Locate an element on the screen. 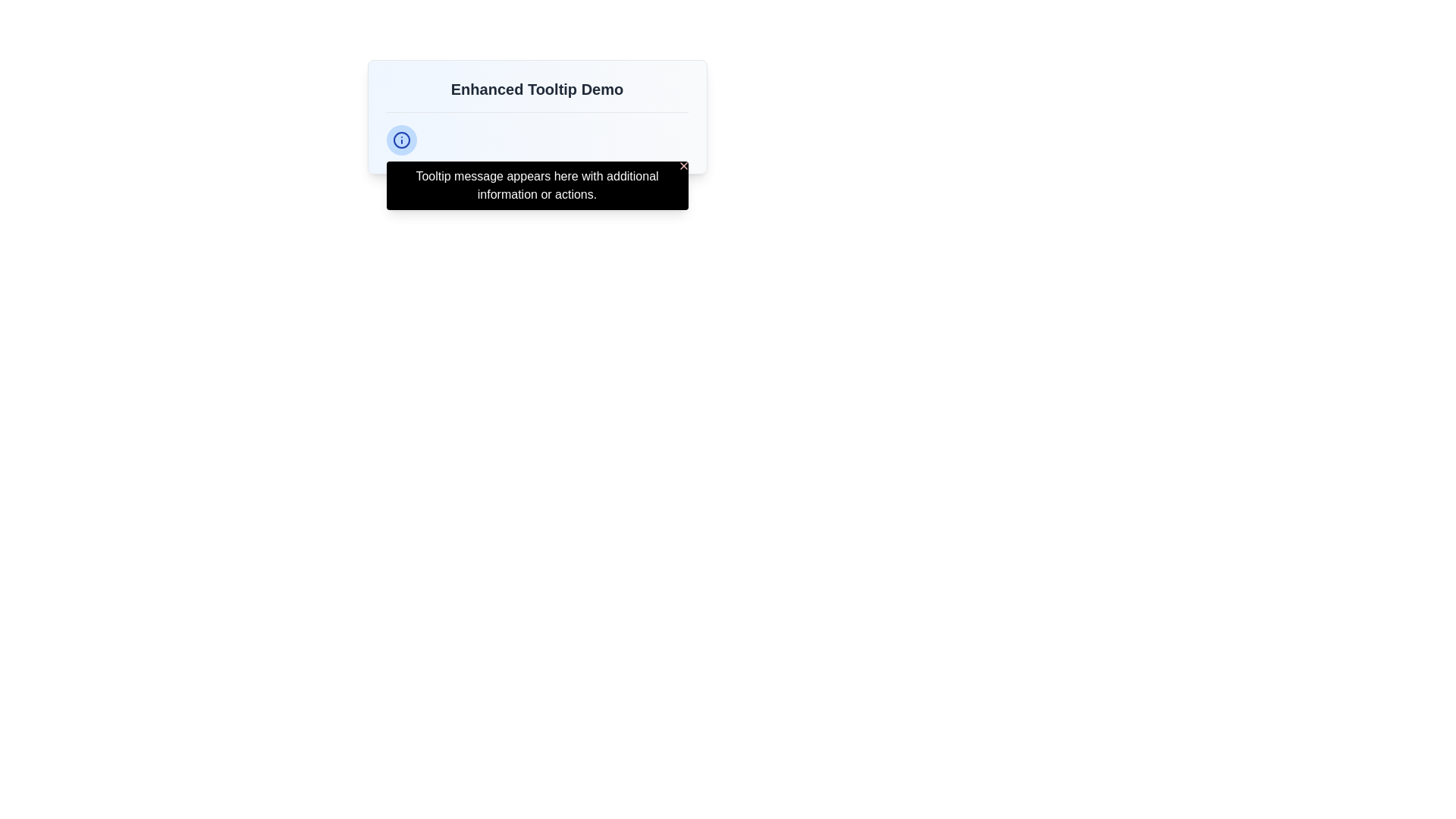 The width and height of the screenshot is (1456, 819). the Tooltip that provides contextual information, located below the blue circular information icon is located at coordinates (537, 185).